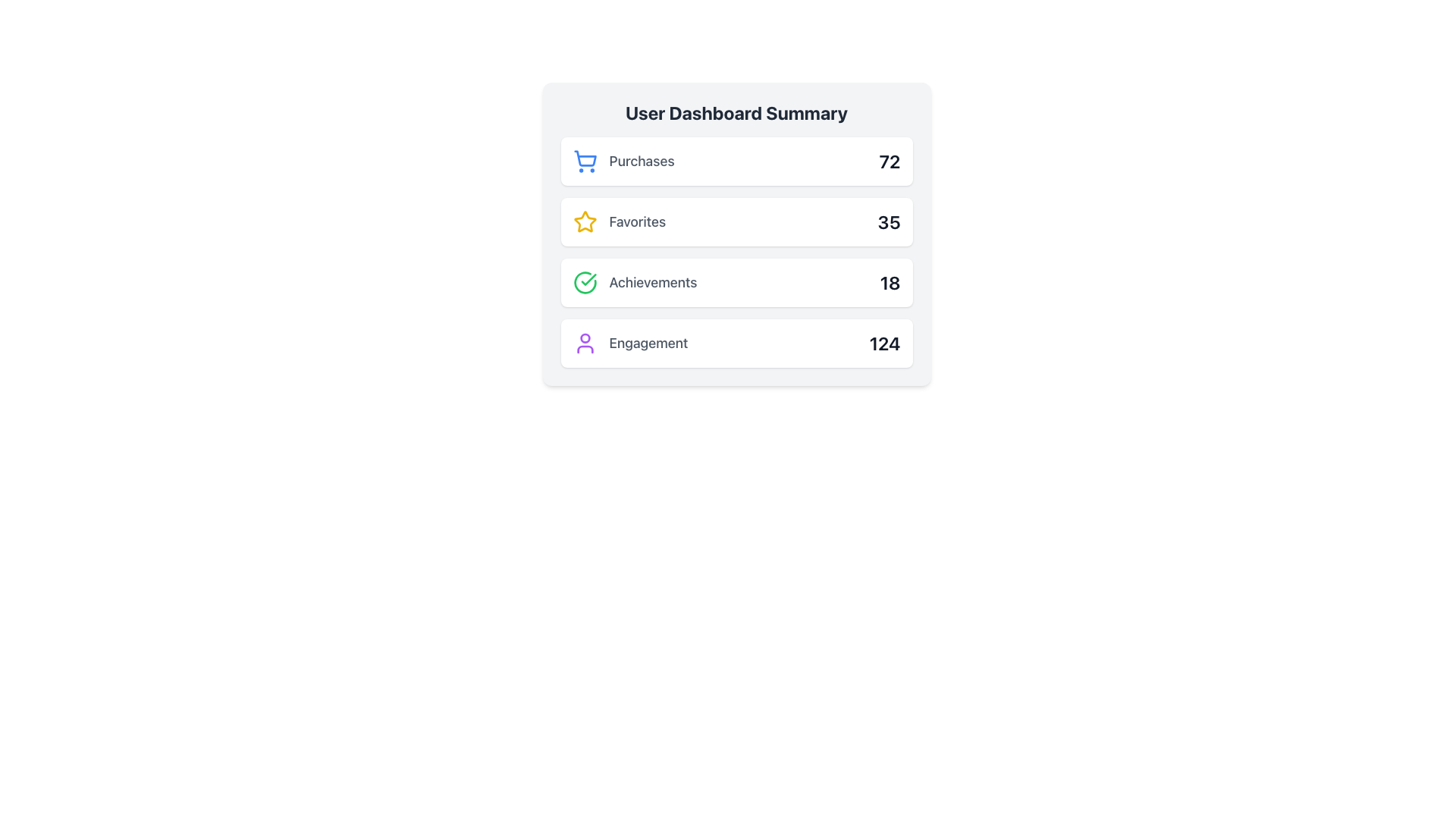 The height and width of the screenshot is (819, 1456). I want to click on the text displaying the number '72', which is styled in bold and dark gray, located next to the 'Purchases' text in the 'User Dashboard Summary' panel, so click(890, 161).